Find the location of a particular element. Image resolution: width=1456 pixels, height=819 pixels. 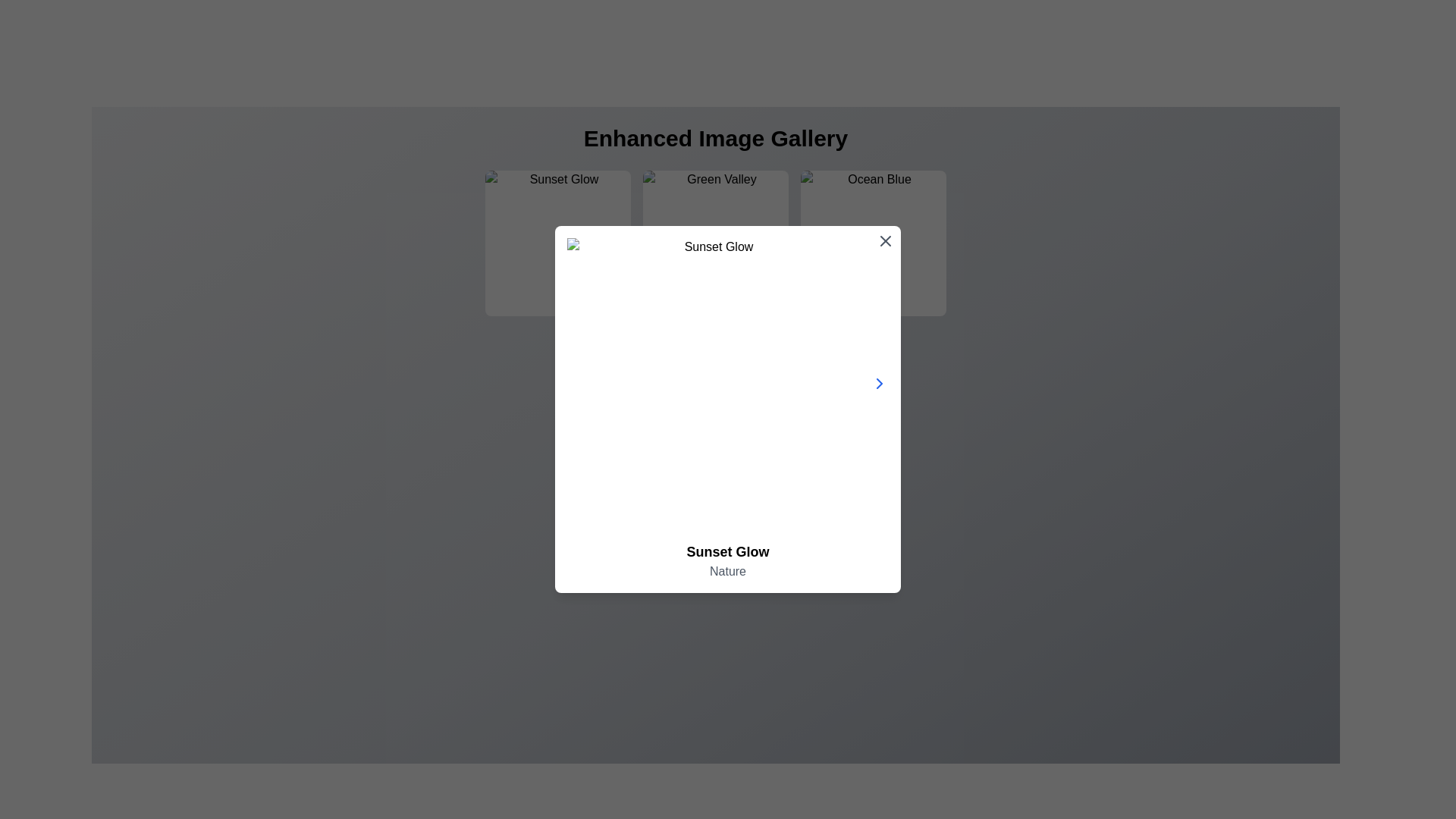

the navigation button located on the far right side of the modal is located at coordinates (880, 382).